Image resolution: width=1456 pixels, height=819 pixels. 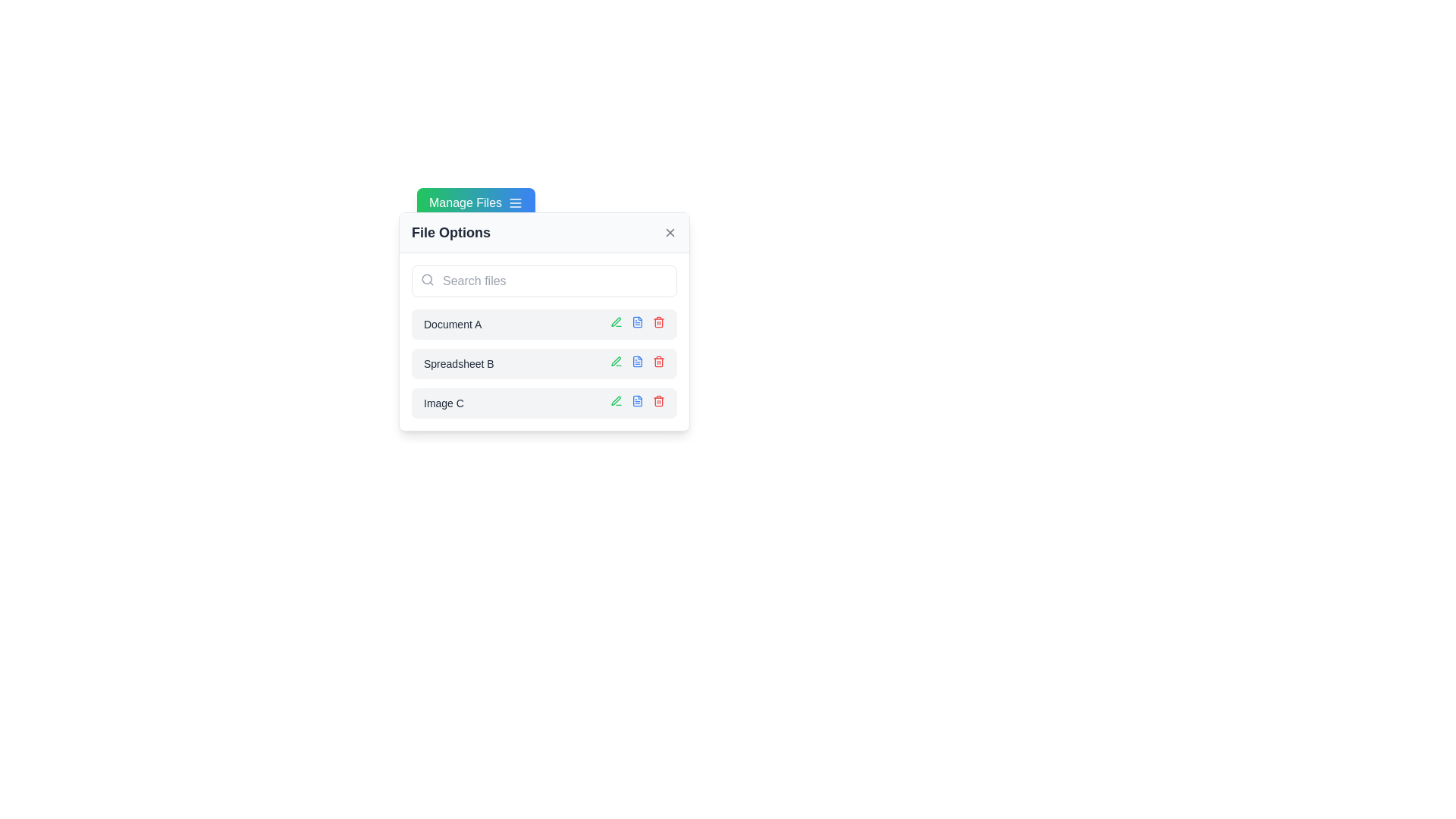 I want to click on the 'X' icon button located at the top right corner of the 'File Options' header section, so click(x=669, y=233).